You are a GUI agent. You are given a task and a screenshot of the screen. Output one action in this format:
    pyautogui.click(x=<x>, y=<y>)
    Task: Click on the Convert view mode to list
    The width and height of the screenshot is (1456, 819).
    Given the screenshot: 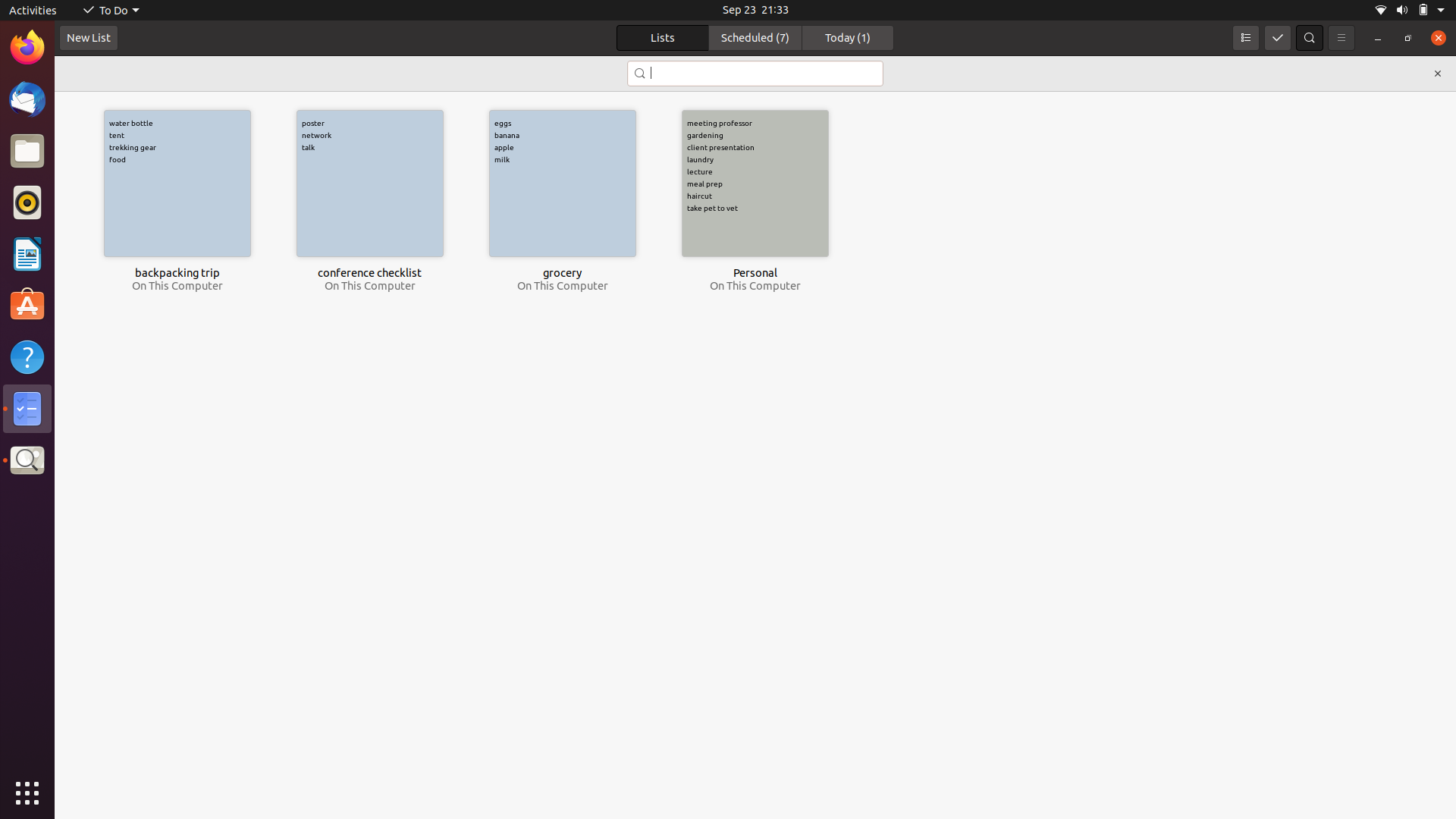 What is the action you would take?
    pyautogui.click(x=1245, y=37)
    